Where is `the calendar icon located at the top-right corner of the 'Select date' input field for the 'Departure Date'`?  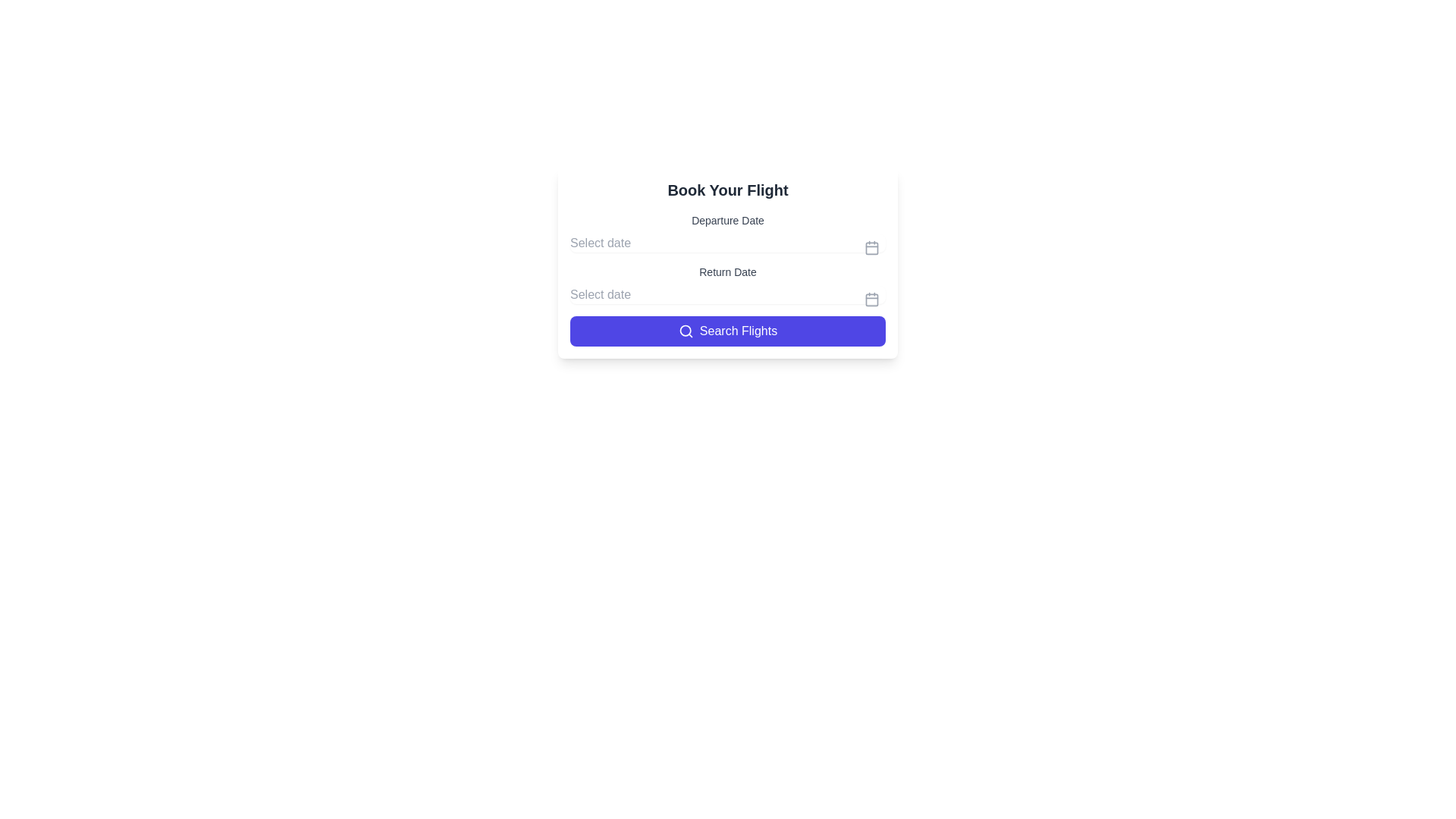 the calendar icon located at the top-right corner of the 'Select date' input field for the 'Departure Date' is located at coordinates (872, 247).